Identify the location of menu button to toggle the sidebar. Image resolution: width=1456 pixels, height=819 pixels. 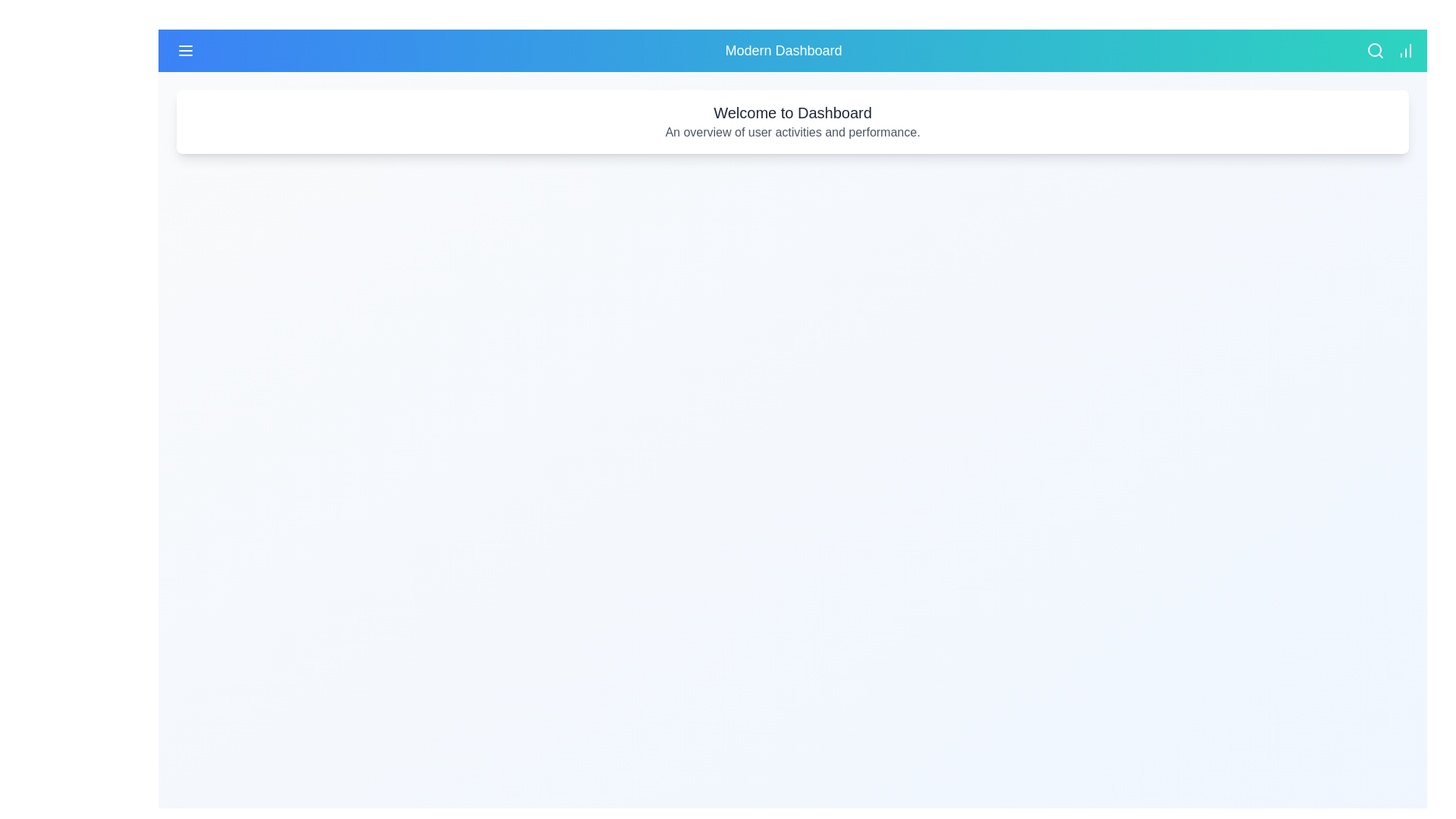
(184, 49).